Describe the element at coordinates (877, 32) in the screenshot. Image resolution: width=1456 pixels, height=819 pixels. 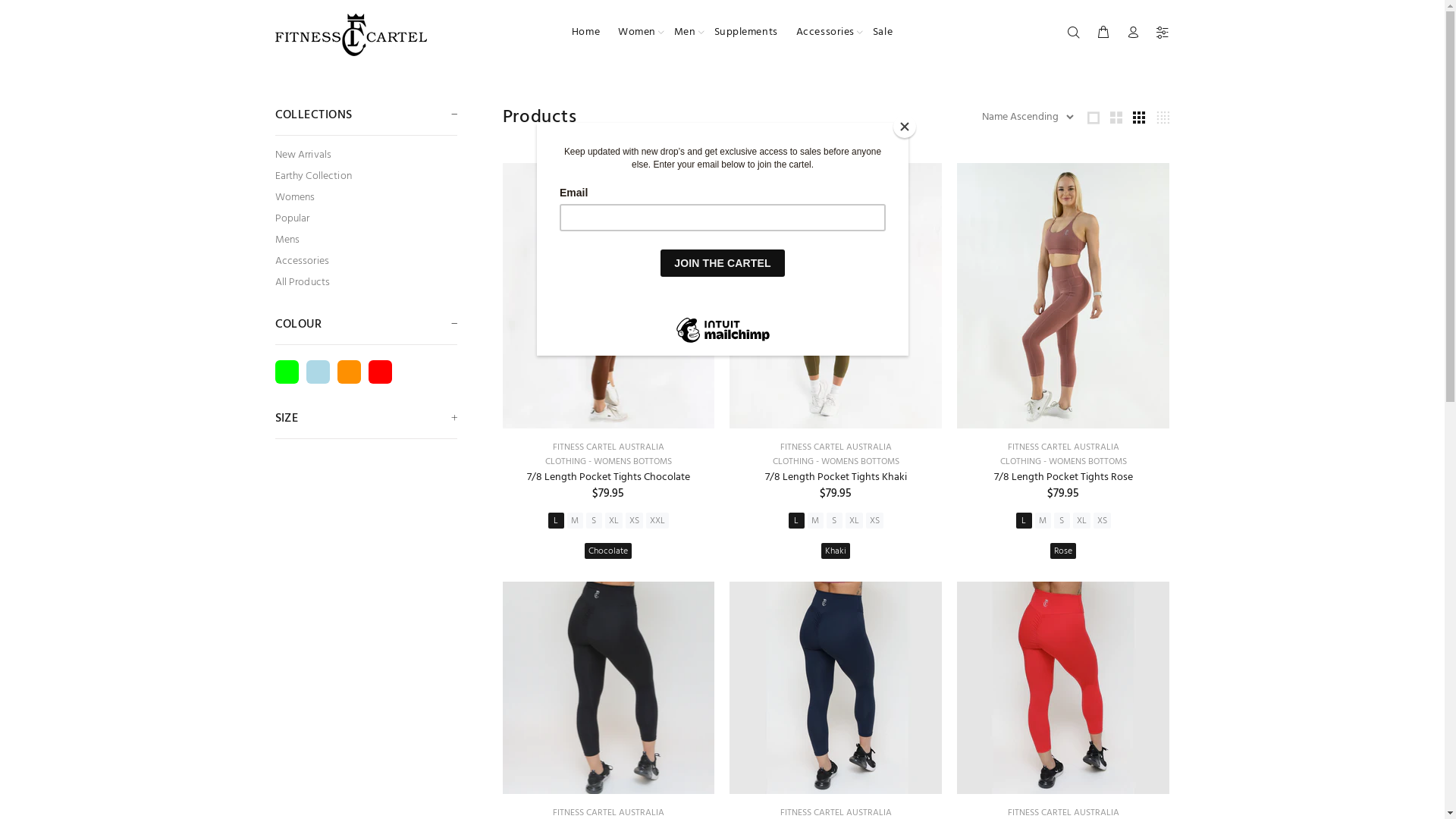
I see `'Sale'` at that location.